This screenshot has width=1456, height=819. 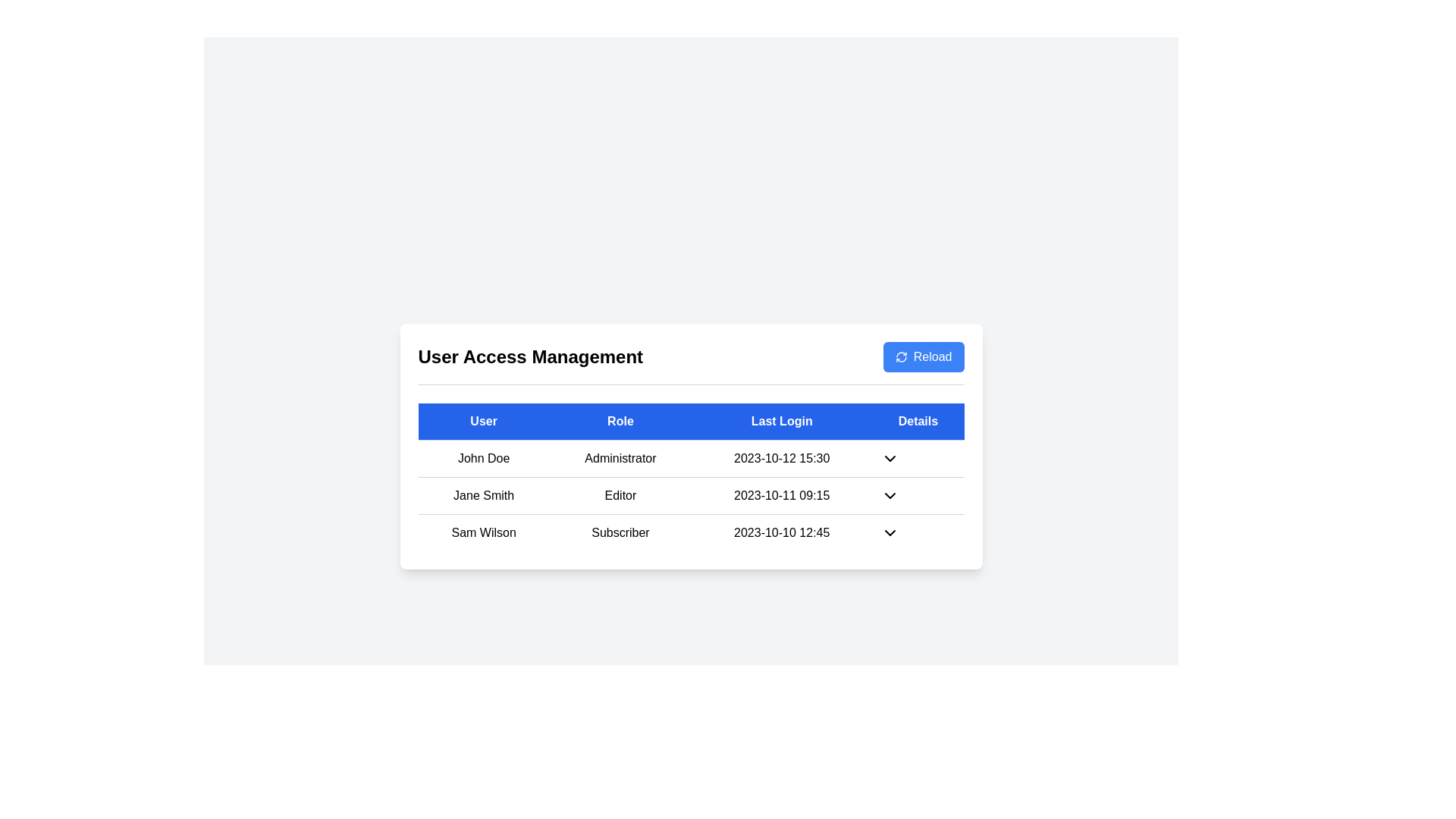 What do you see at coordinates (620, 496) in the screenshot?
I see `the static text indicating the role 'Editor' associated with the user 'Jane Smith', located under the header 'Role'` at bounding box center [620, 496].